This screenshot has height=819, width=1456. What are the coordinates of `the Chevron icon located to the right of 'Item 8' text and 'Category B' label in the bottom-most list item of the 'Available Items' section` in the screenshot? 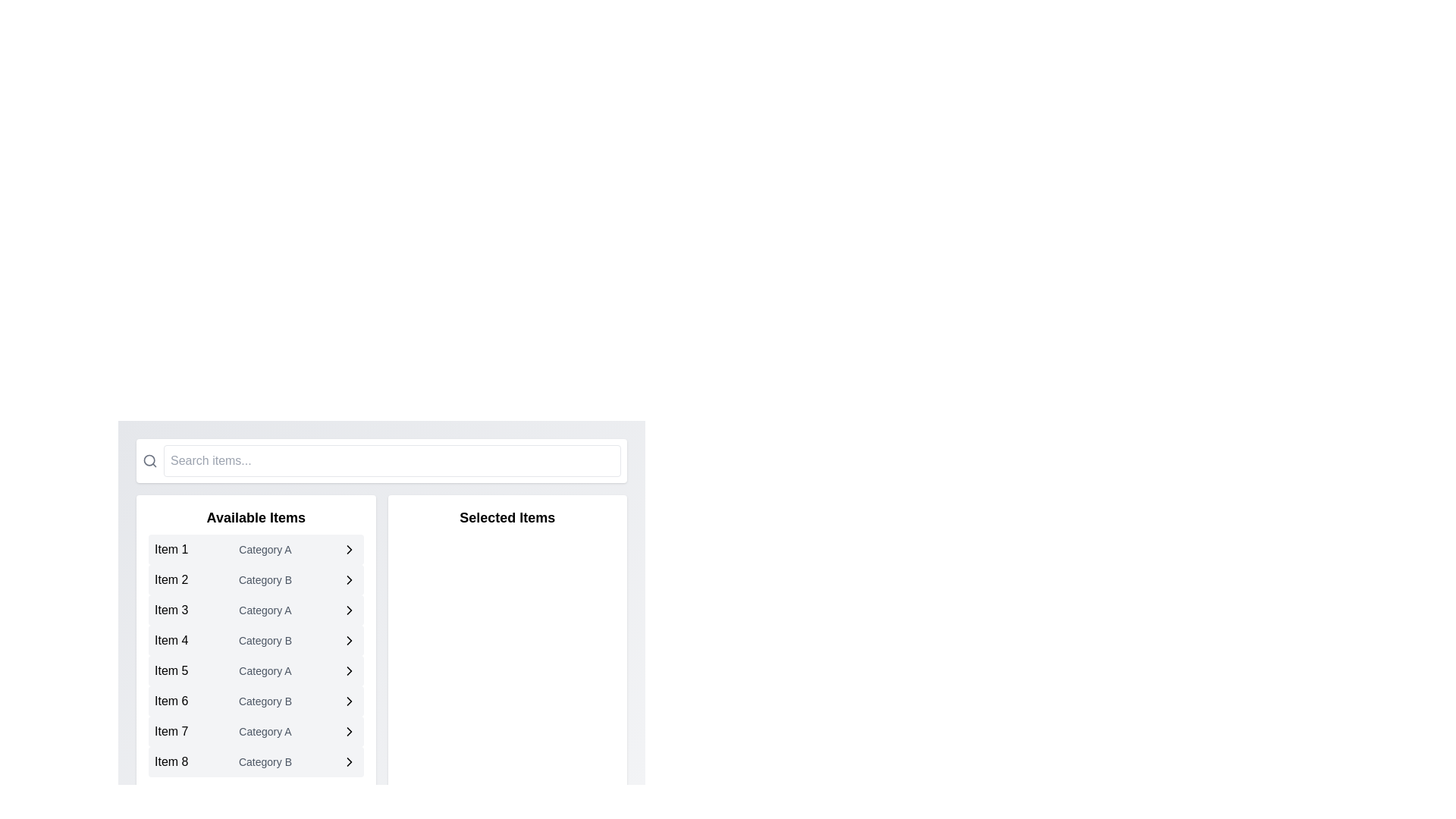 It's located at (349, 762).